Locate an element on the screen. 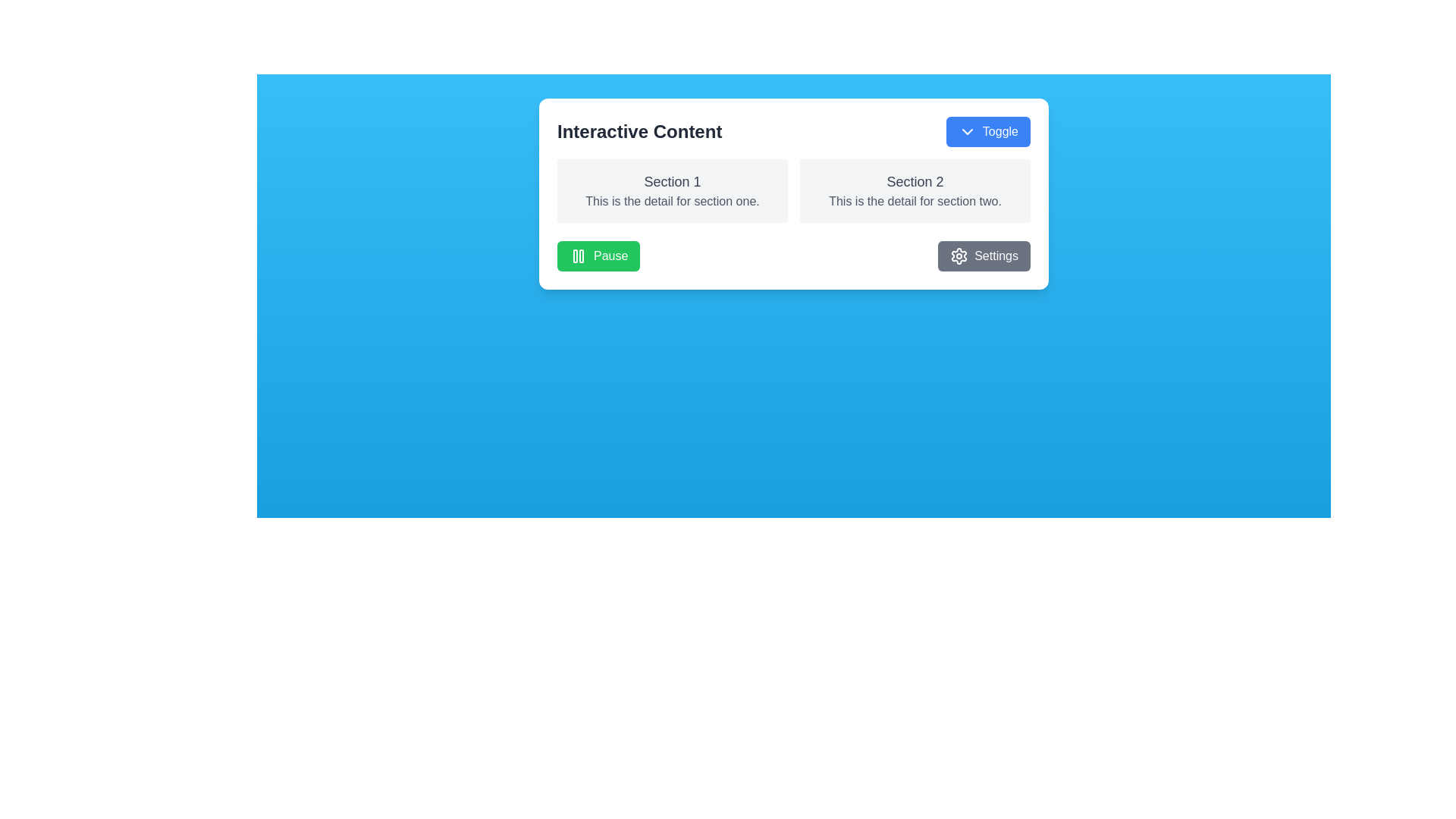 This screenshot has width=1456, height=819. the text label displaying 'Pause' located within the green button to understand the pause function is located at coordinates (610, 256).